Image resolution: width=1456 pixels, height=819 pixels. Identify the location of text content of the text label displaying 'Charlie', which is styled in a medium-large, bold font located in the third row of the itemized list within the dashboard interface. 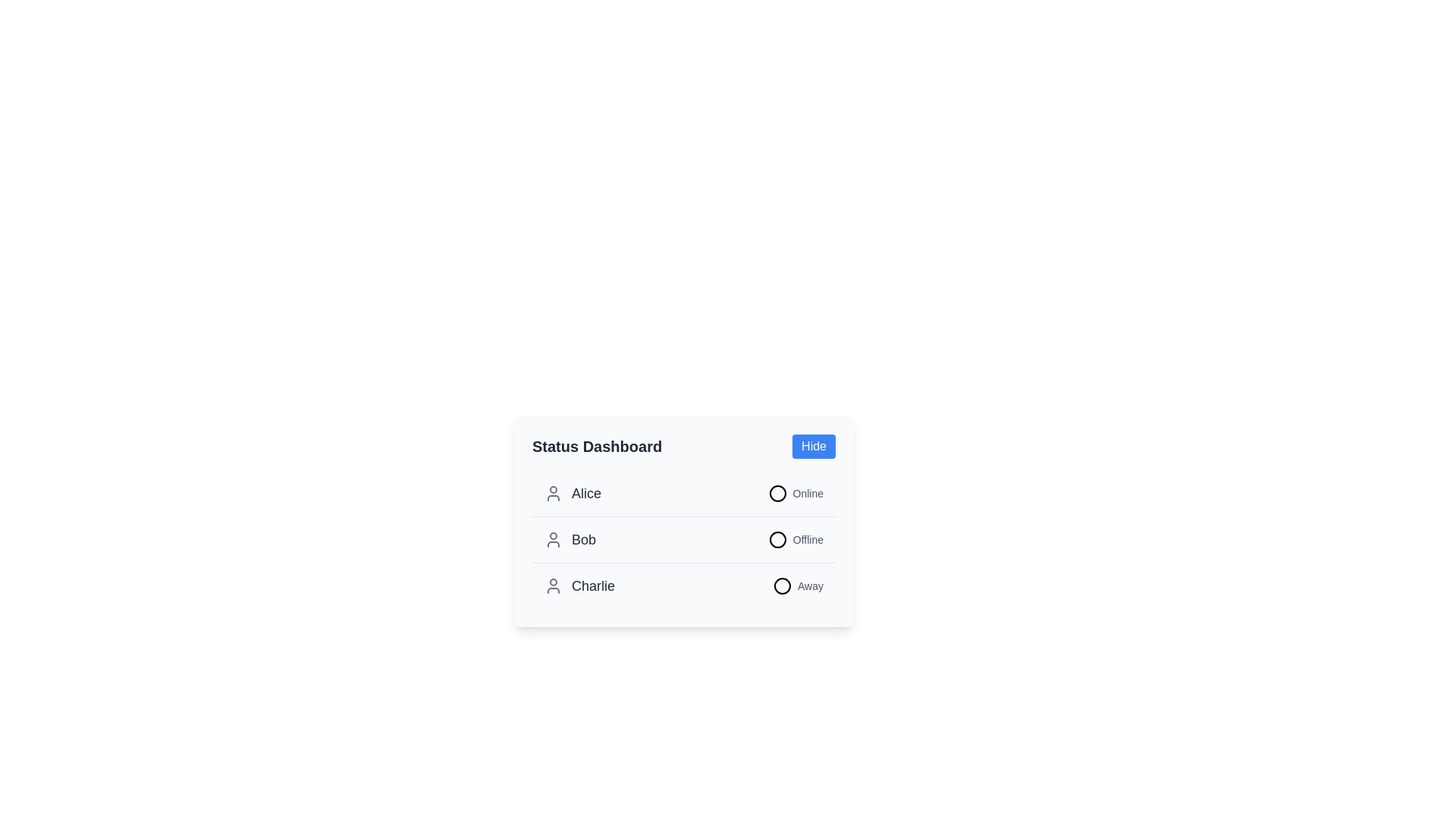
(592, 585).